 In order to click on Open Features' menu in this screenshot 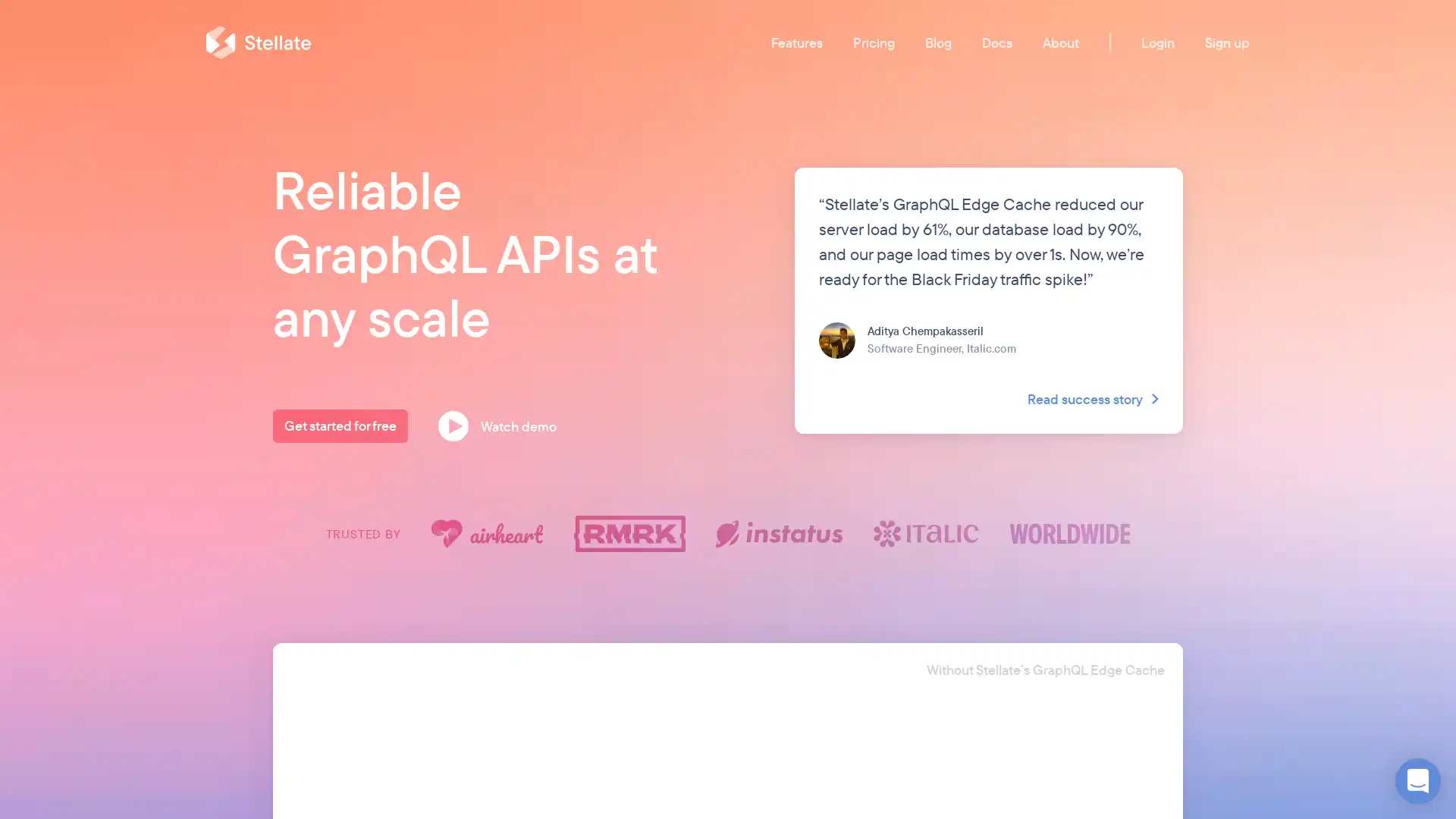, I will do `click(796, 41)`.